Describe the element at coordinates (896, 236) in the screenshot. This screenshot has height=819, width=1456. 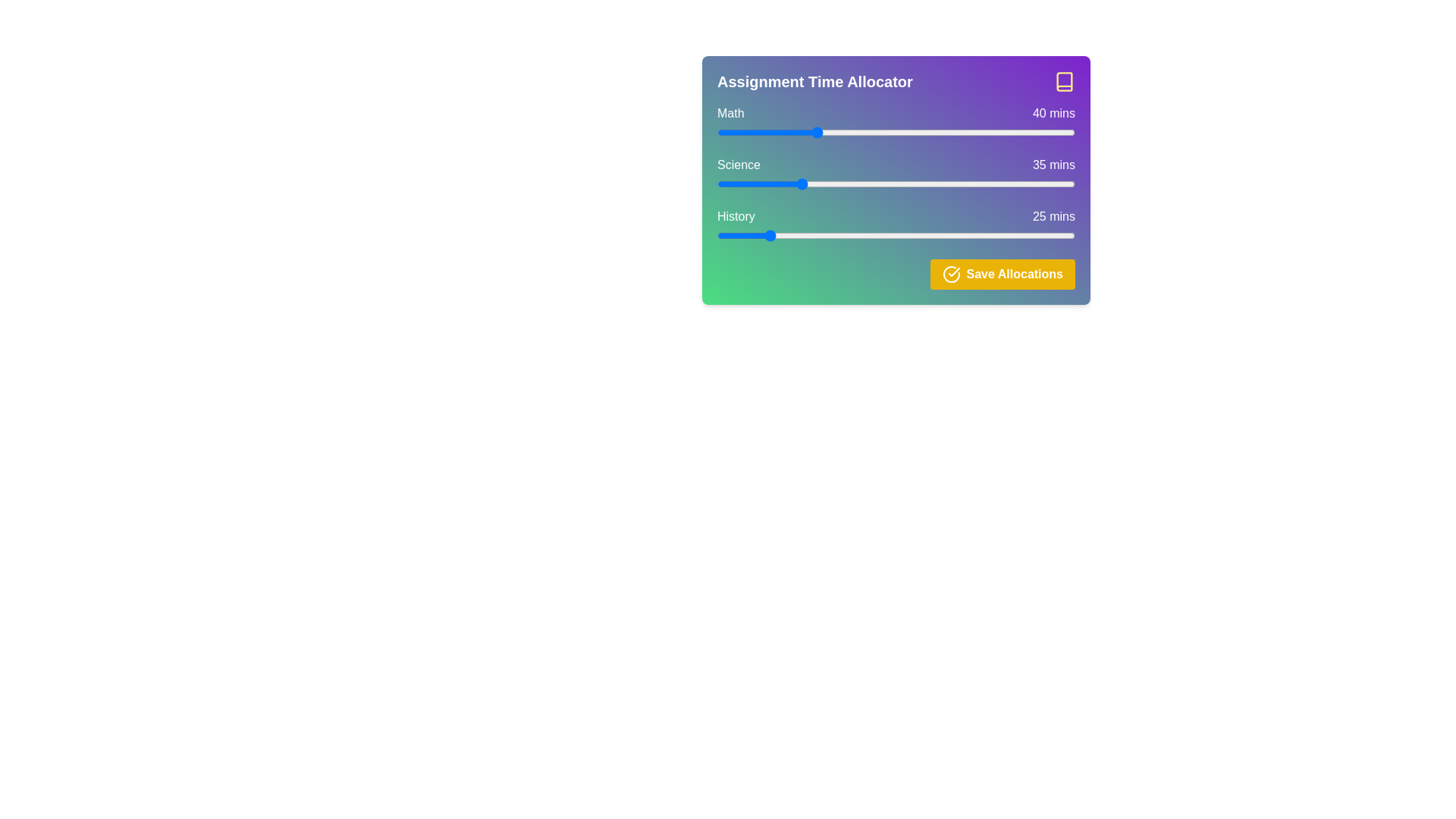
I see `history time allocation` at that location.